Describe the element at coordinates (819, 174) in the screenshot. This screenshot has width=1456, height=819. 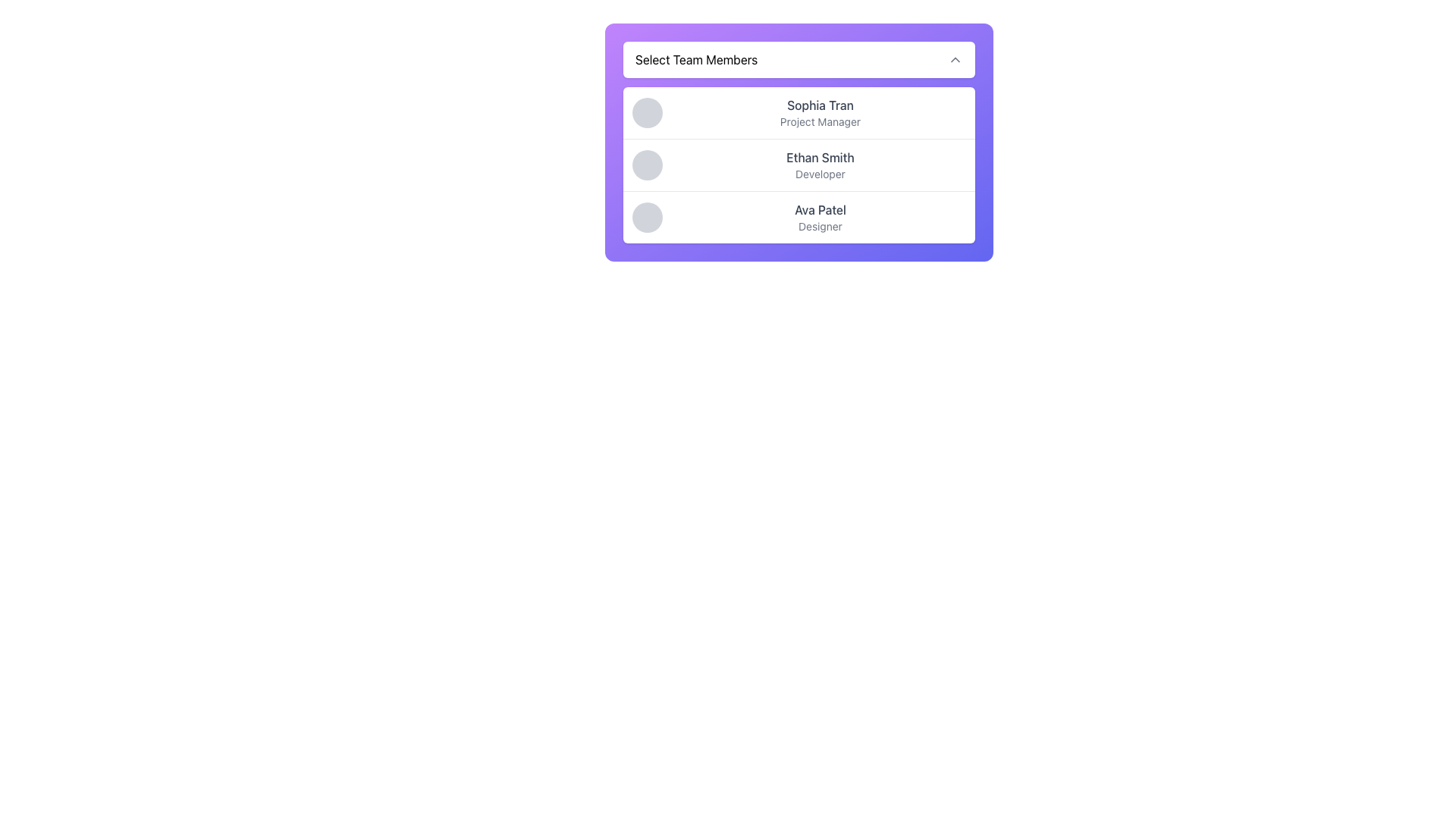
I see `the descriptive text label for the team member Ethan Smith` at that location.